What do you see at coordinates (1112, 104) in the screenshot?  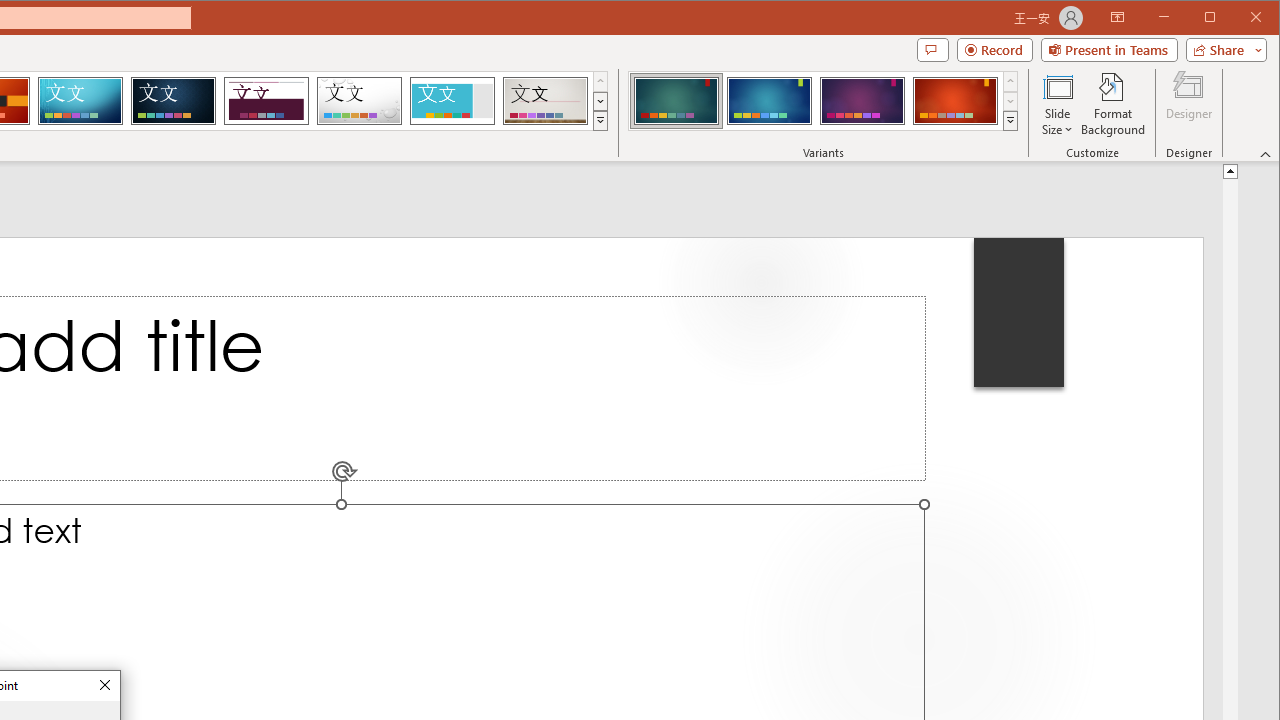 I see `'Format Background'` at bounding box center [1112, 104].